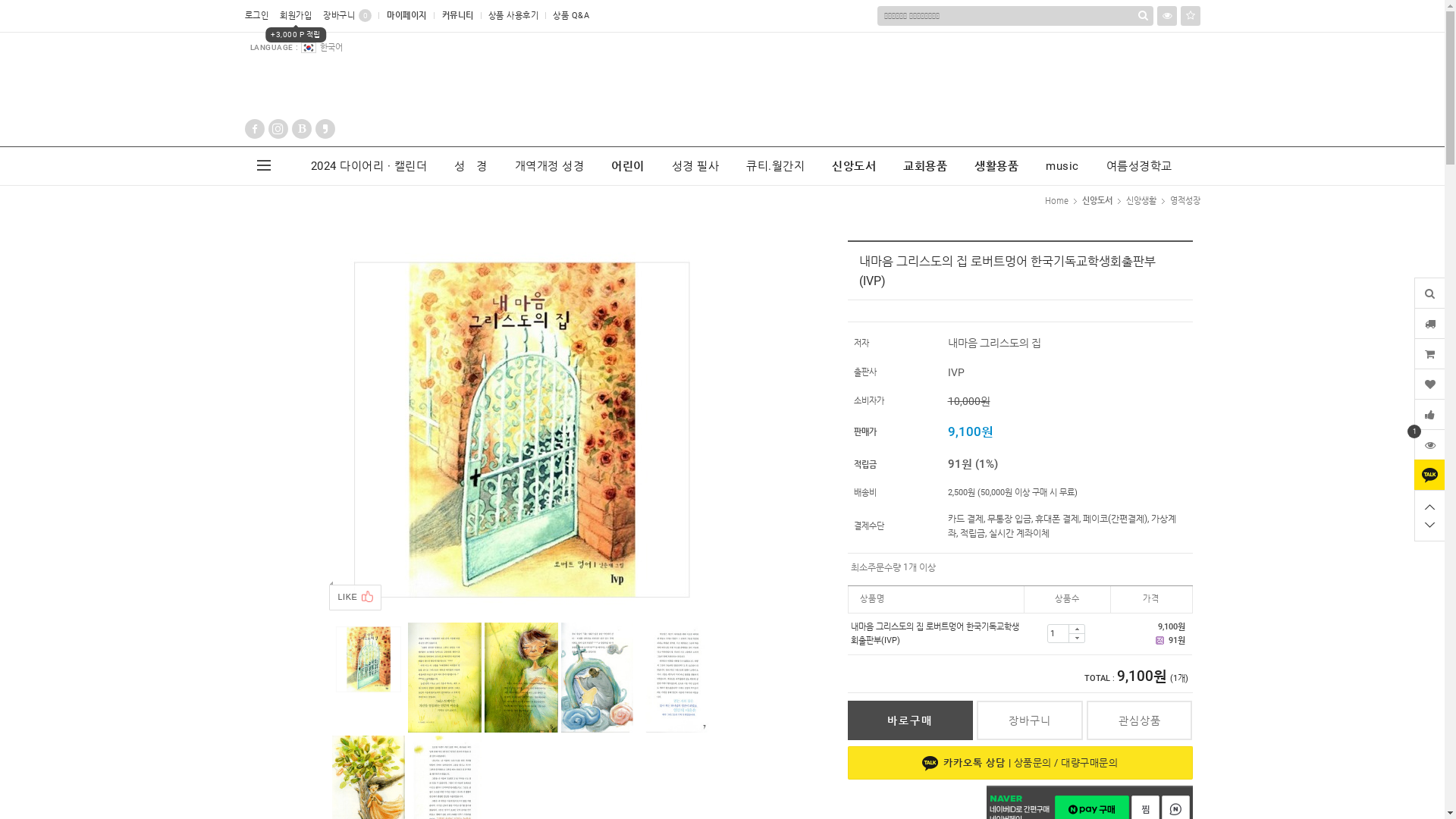 This screenshot has height=819, width=1456. Describe the element at coordinates (1429, 444) in the screenshot. I see `'1'` at that location.